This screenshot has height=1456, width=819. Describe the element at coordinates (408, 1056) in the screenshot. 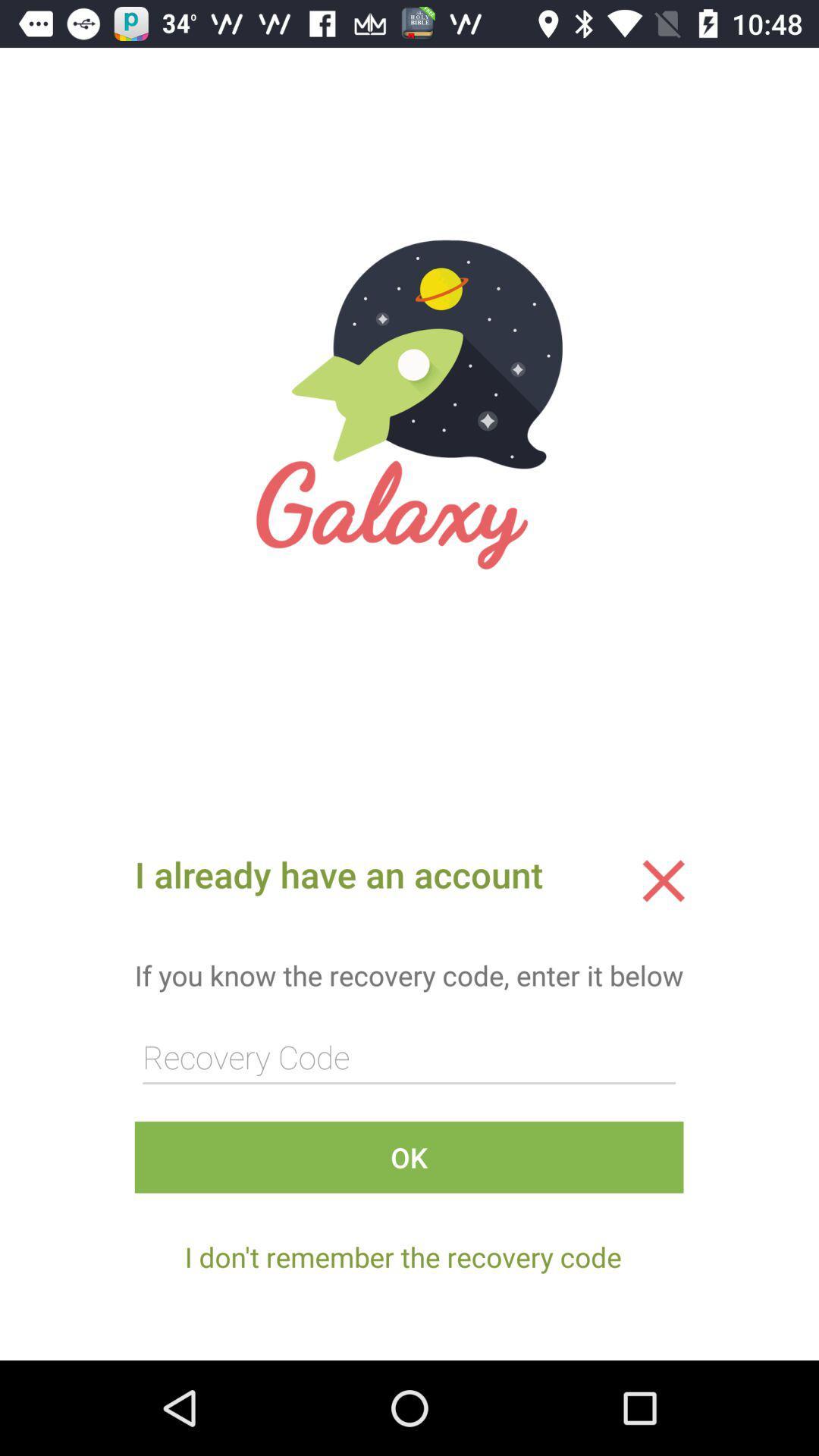

I see `type recovery code` at that location.